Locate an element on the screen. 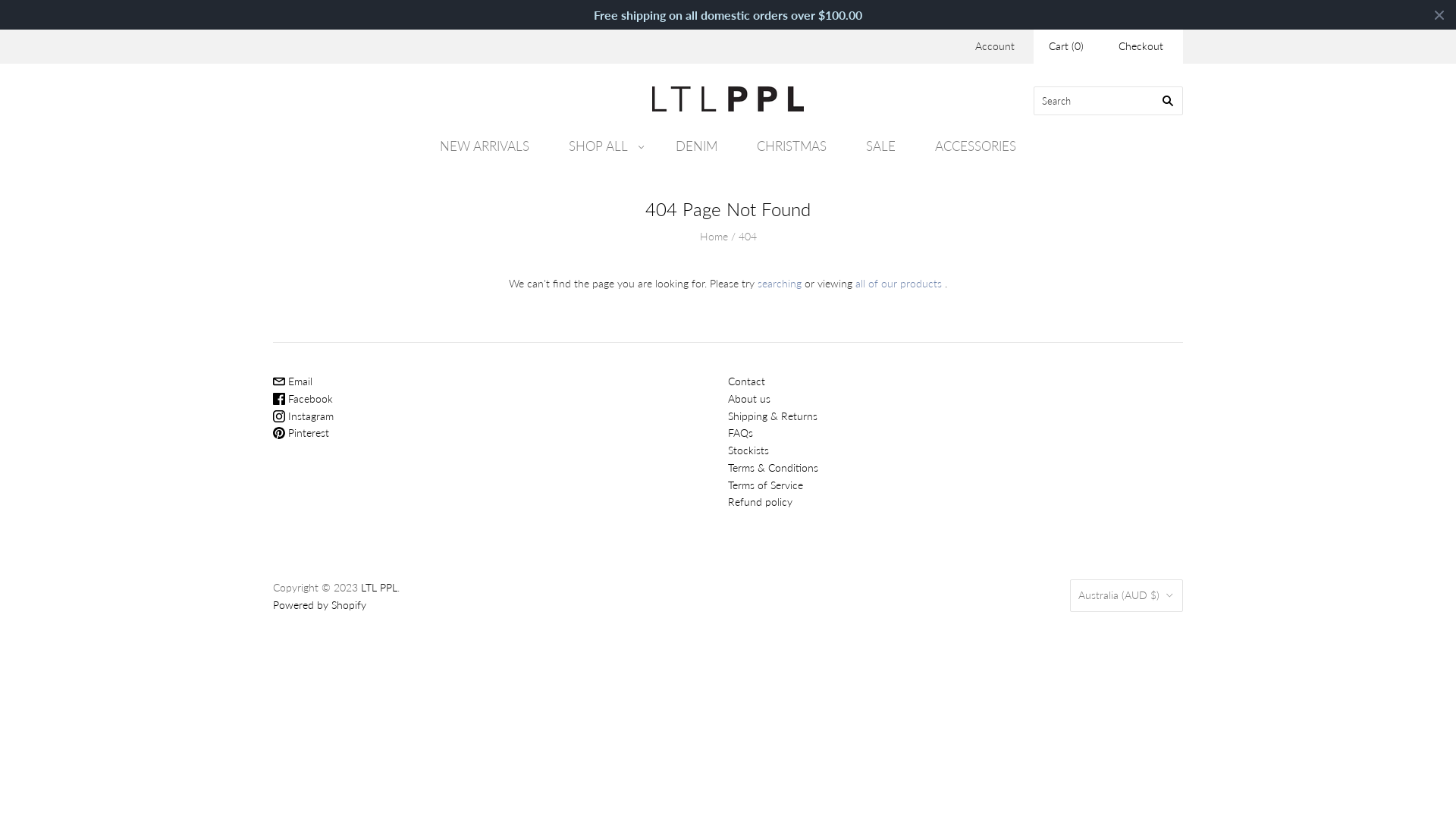 The width and height of the screenshot is (1456, 819). 'Contact' is located at coordinates (746, 380).